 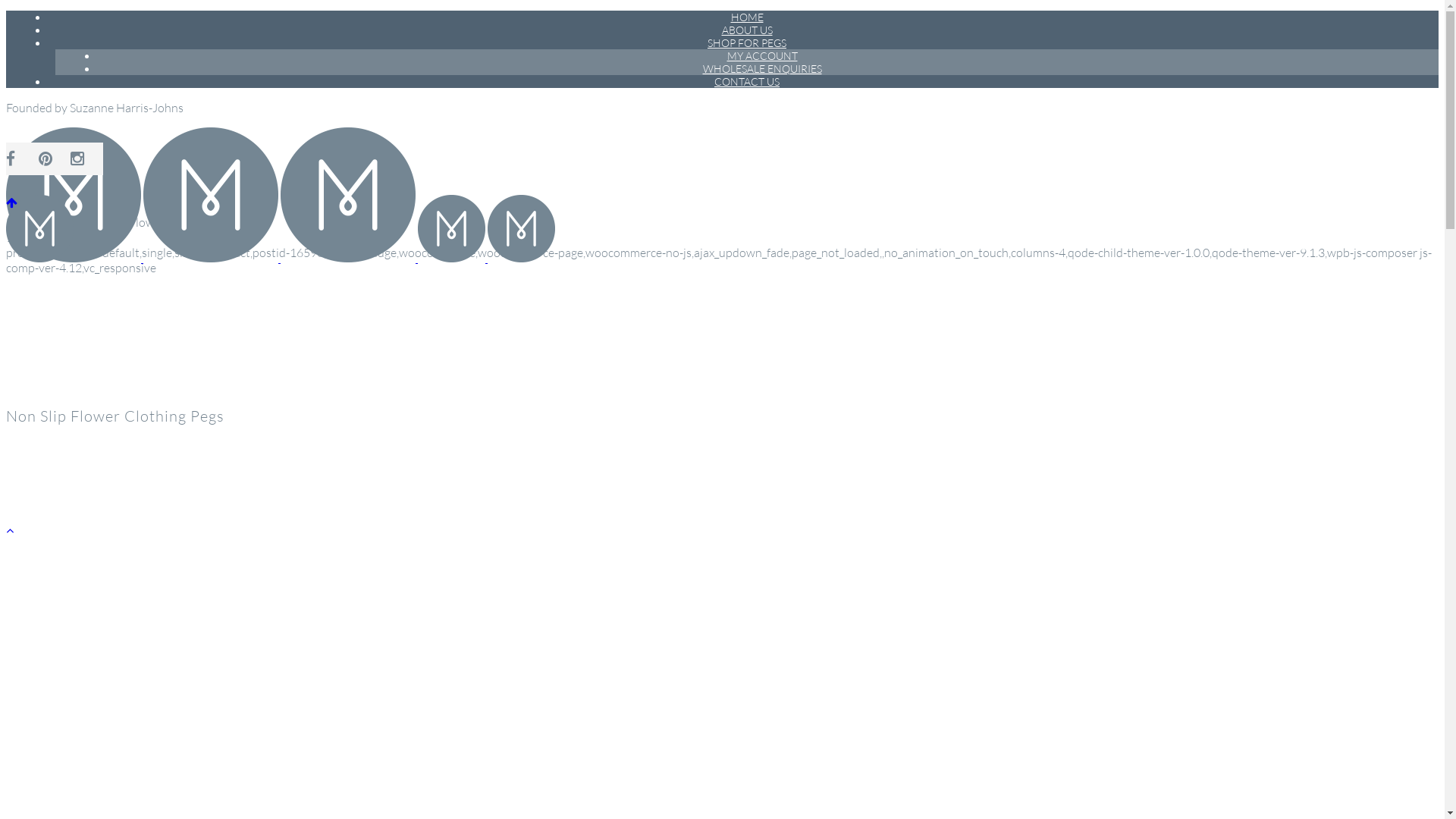 What do you see at coordinates (746, 42) in the screenshot?
I see `'SHOP FOR PEGS'` at bounding box center [746, 42].